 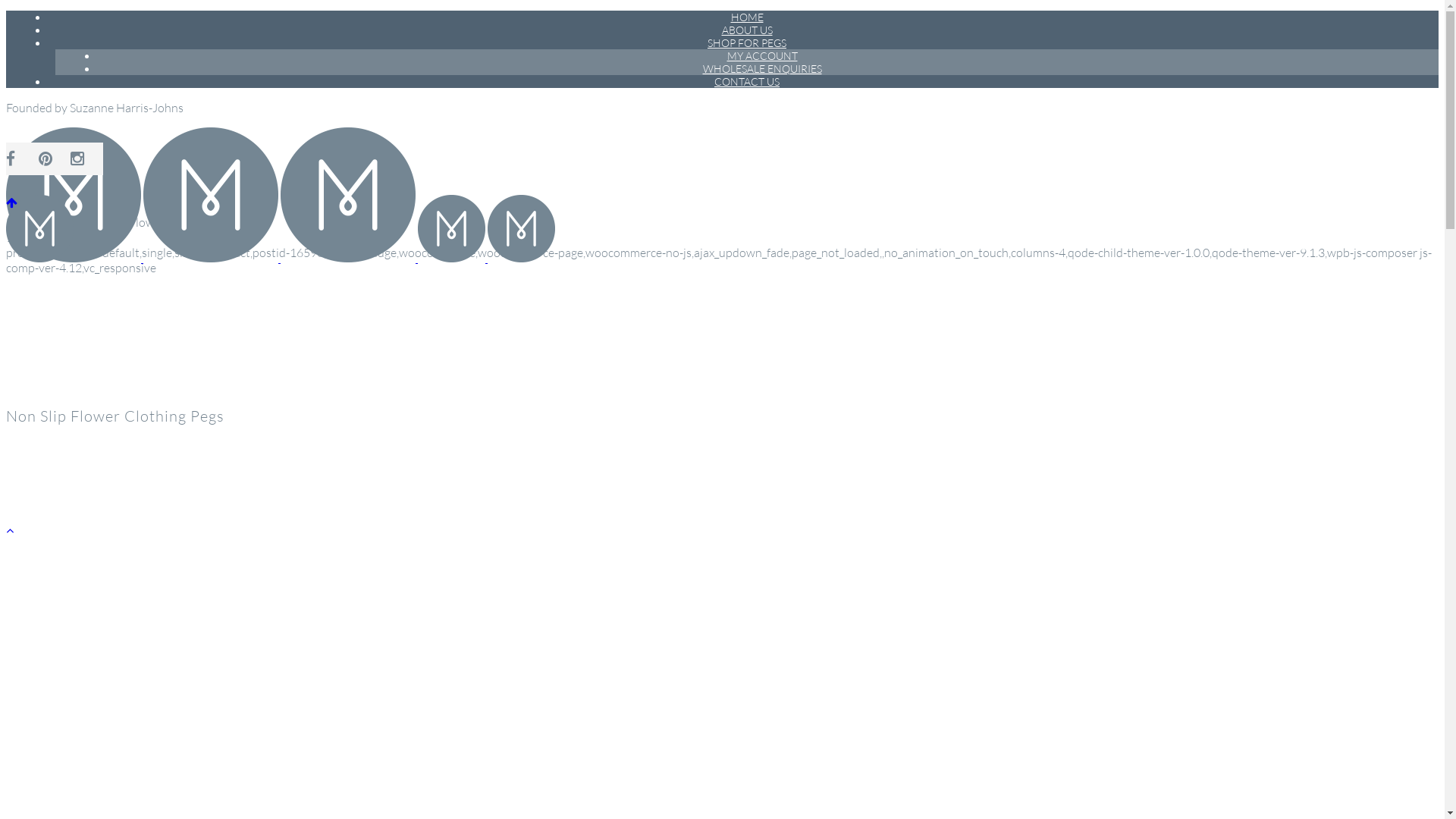 What do you see at coordinates (746, 42) in the screenshot?
I see `'SHOP FOR PEGS'` at bounding box center [746, 42].